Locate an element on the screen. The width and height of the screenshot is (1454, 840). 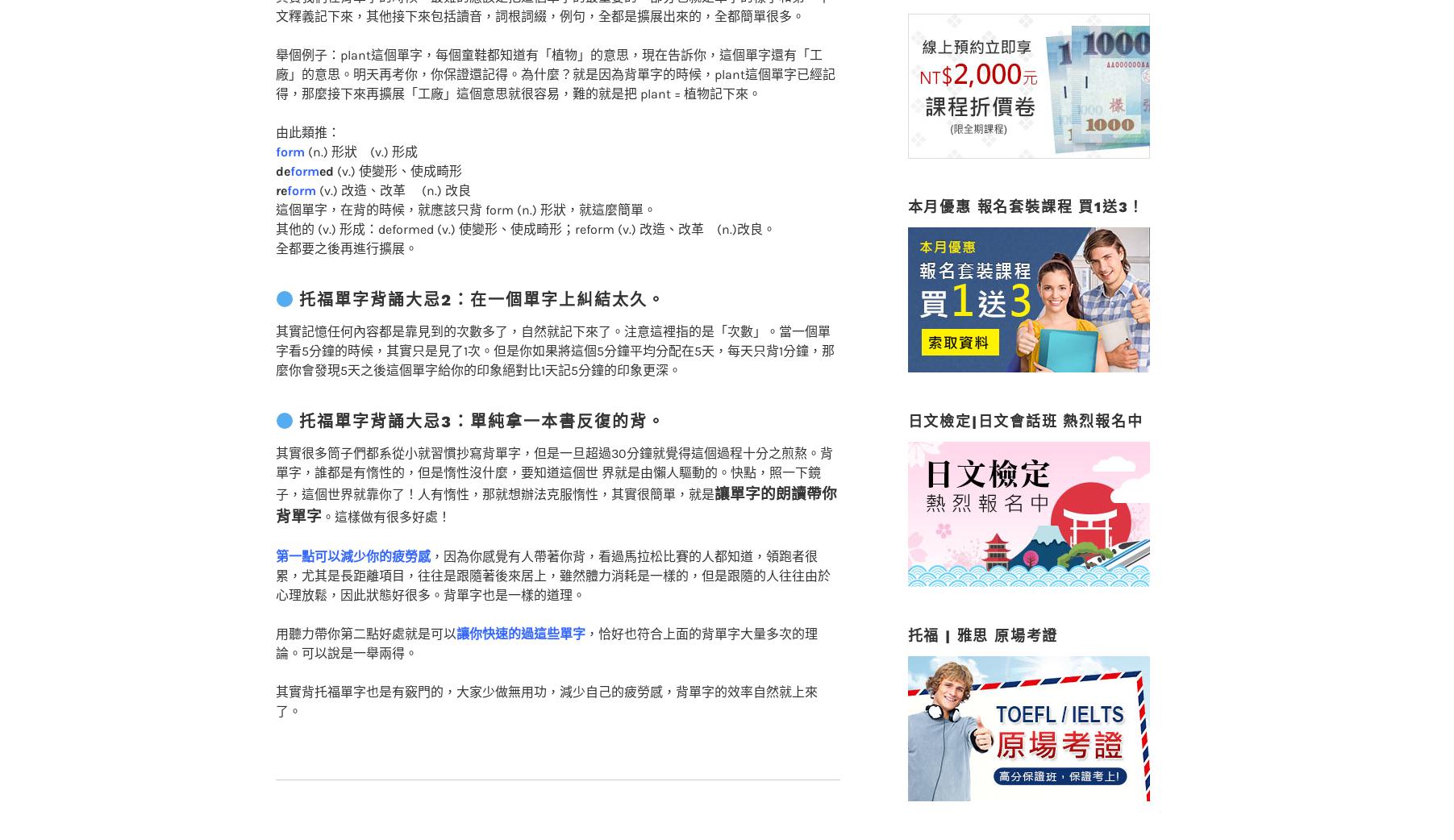
'ed' is located at coordinates (325, 139).